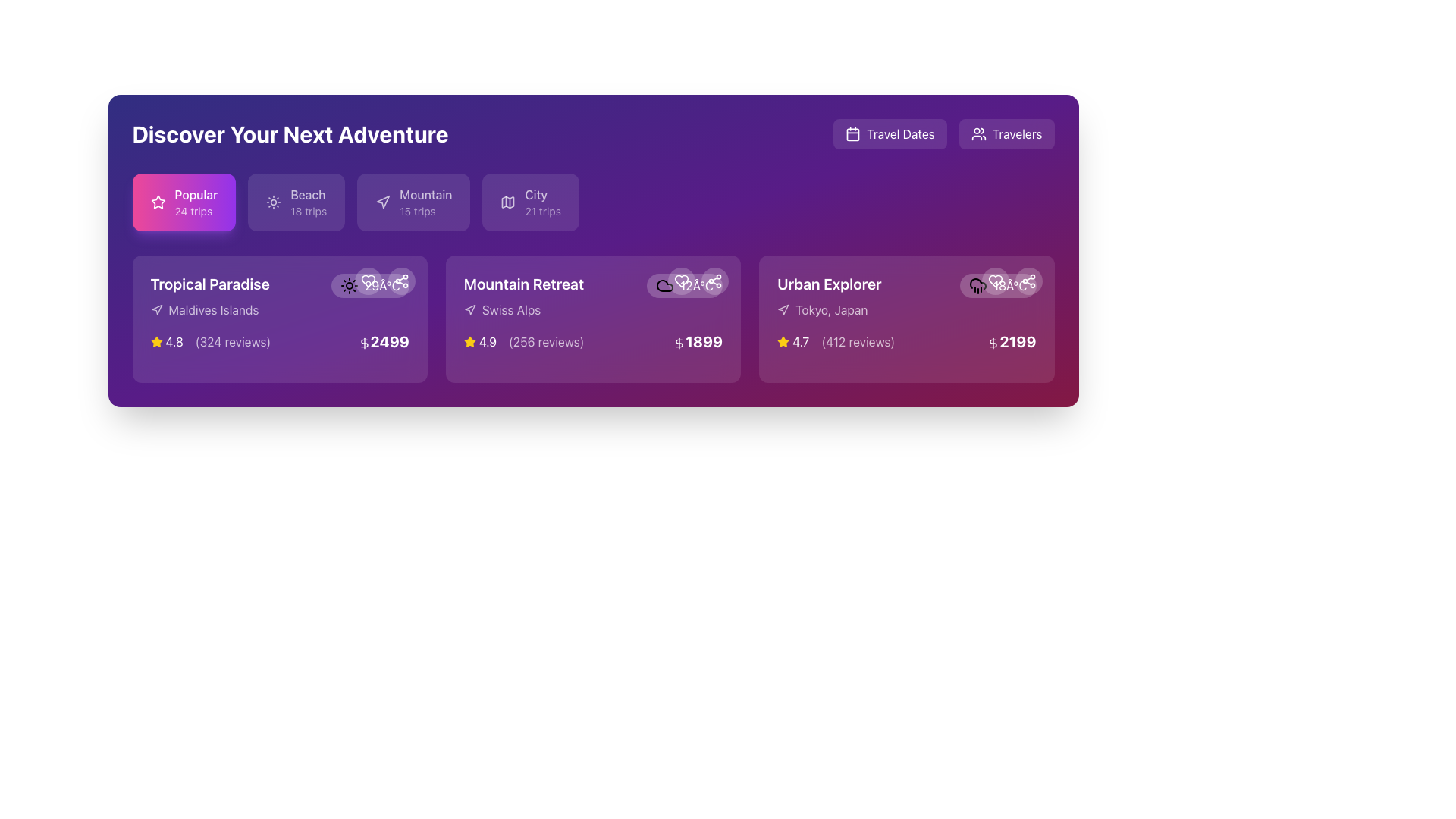 This screenshot has width=1456, height=819. What do you see at coordinates (167, 342) in the screenshot?
I see `average rating value displayed in the lower-left area of the 'Tropical Paradise' card, near the 'Maldives Islands' text and adjacent to the '(324 reviews)' text` at bounding box center [167, 342].